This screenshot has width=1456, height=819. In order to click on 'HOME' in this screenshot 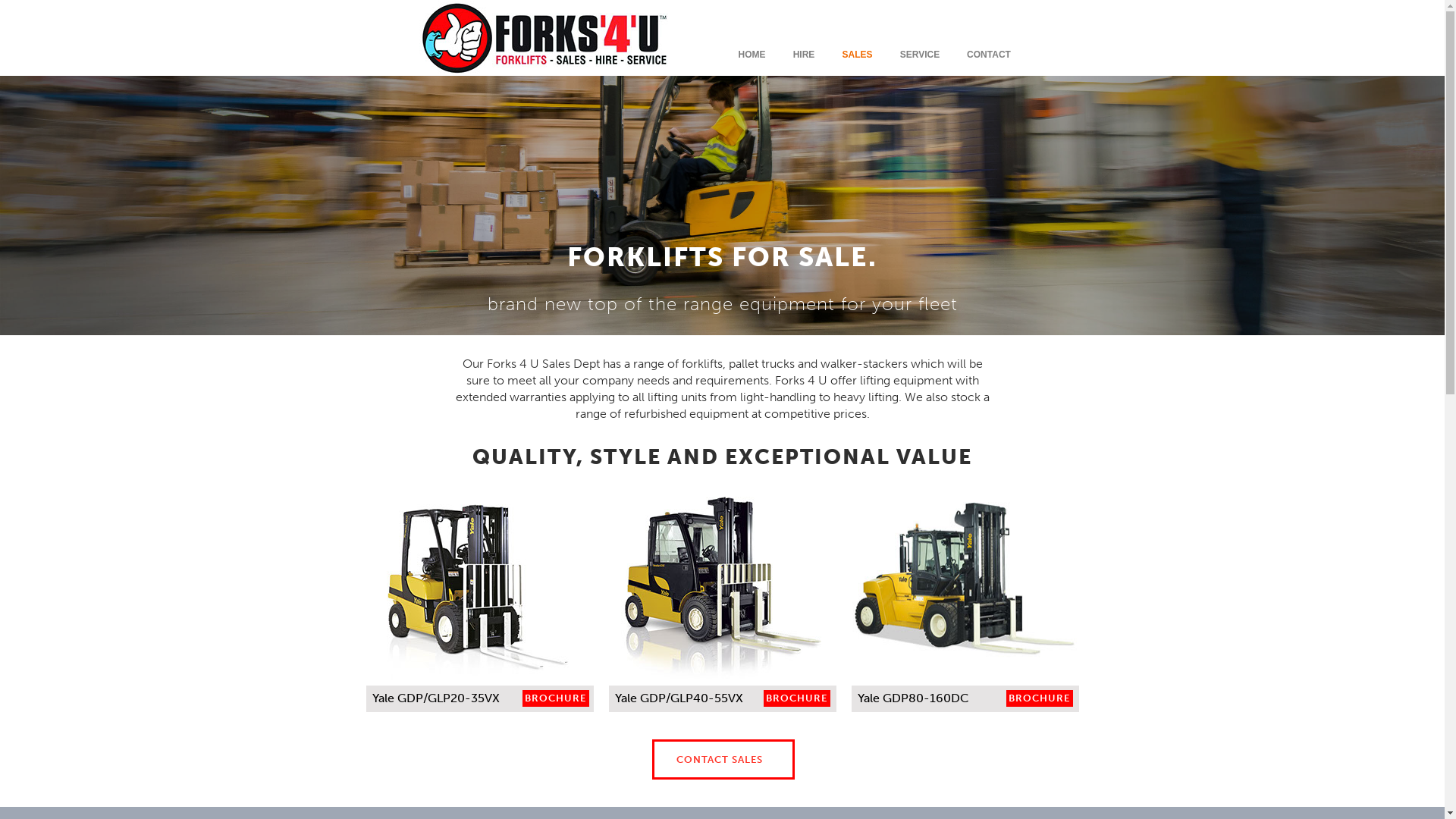, I will do `click(748, 54)`.